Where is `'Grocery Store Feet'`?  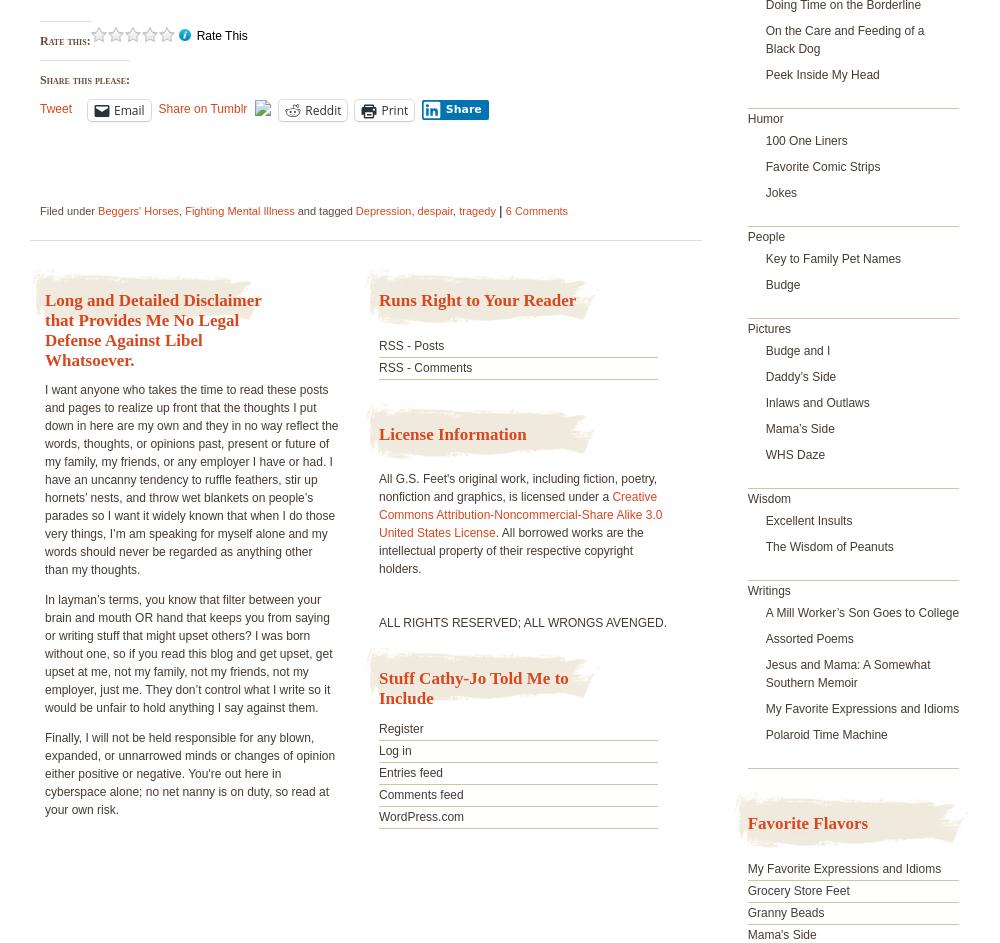 'Grocery Store Feet' is located at coordinates (798, 891).